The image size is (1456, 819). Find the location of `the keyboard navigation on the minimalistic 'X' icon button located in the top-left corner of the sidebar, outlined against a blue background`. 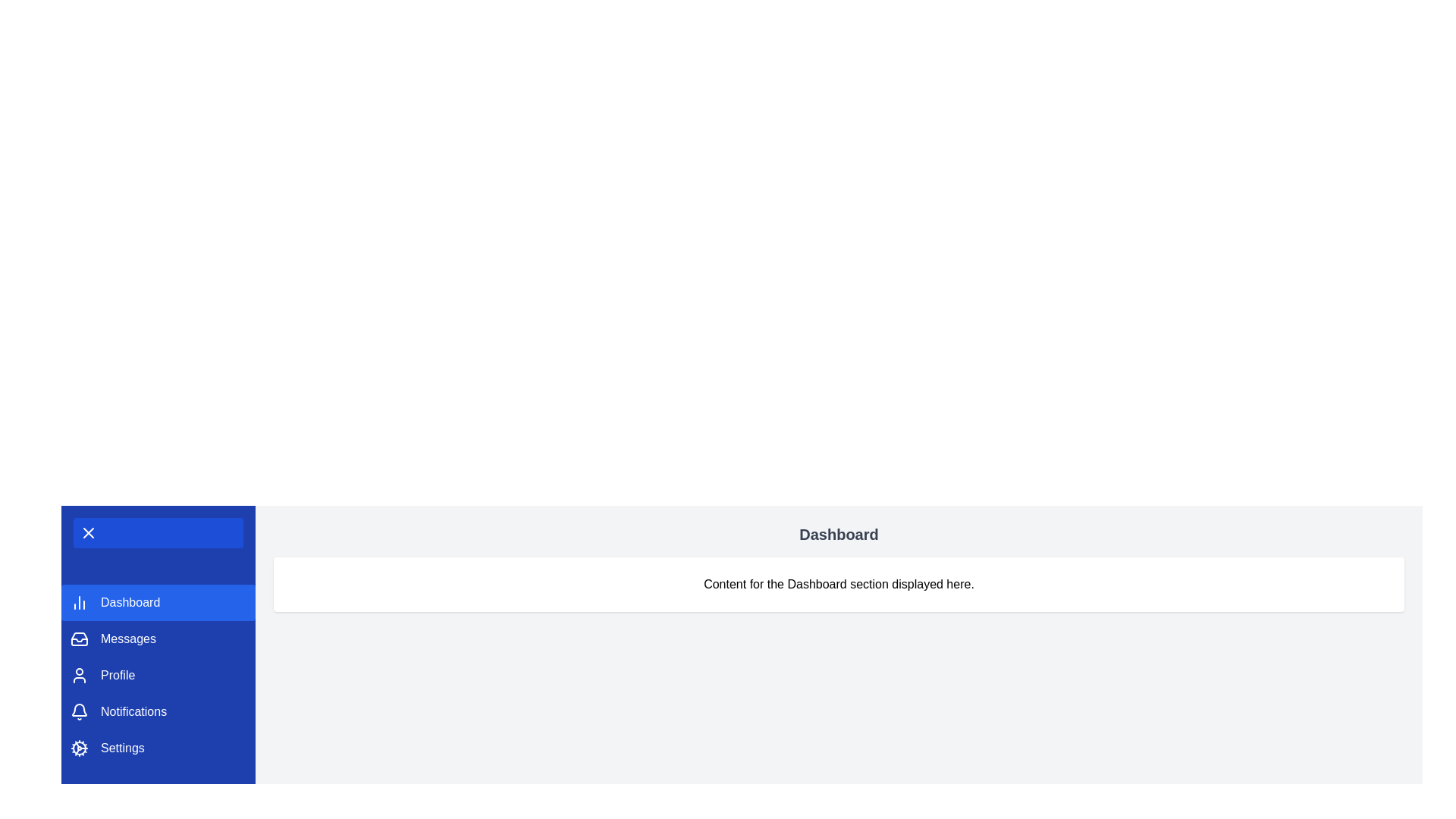

the keyboard navigation on the minimalistic 'X' icon button located in the top-left corner of the sidebar, outlined against a blue background is located at coordinates (87, 532).